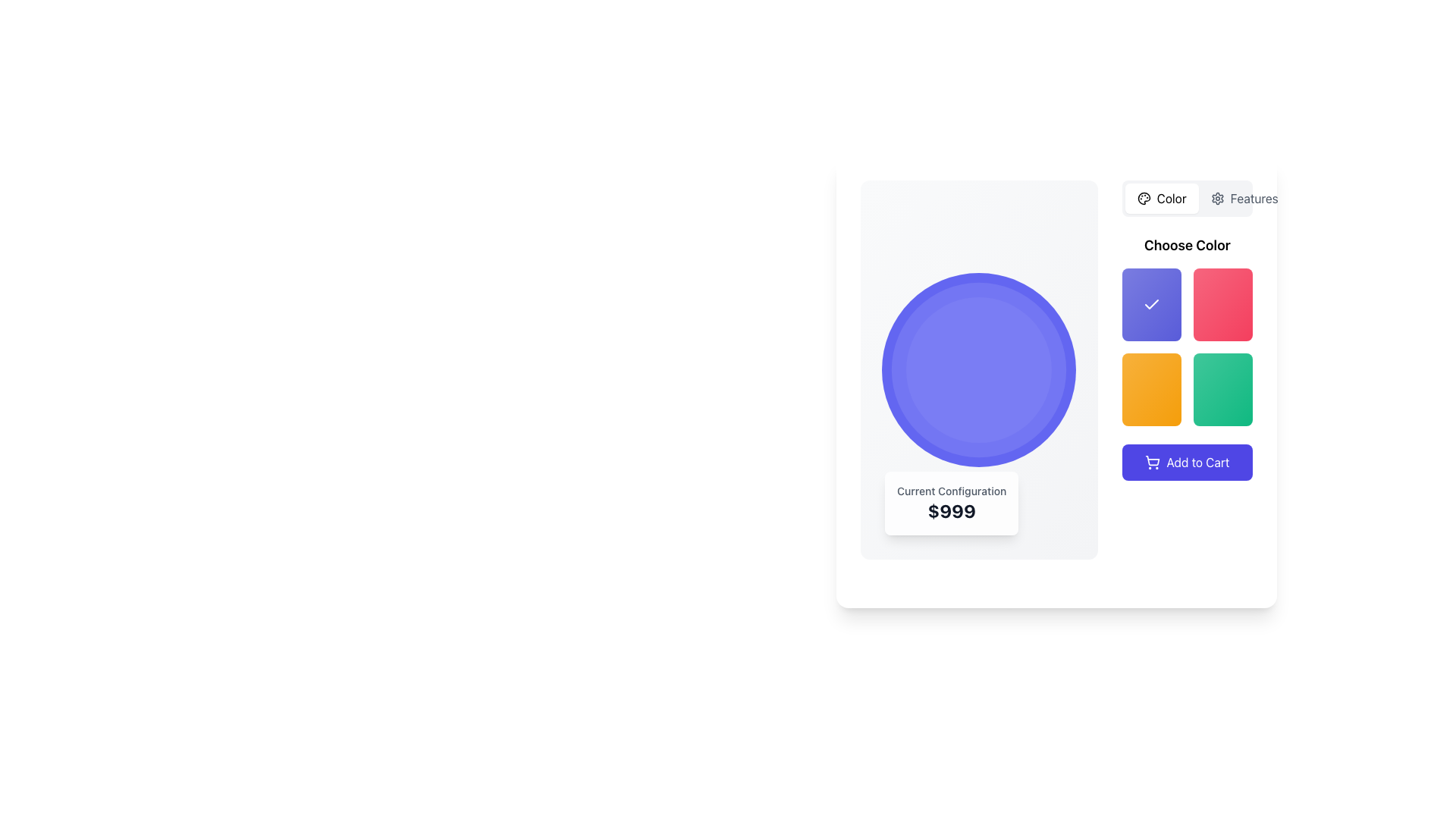 The image size is (1456, 819). Describe the element at coordinates (1186, 329) in the screenshot. I see `the interactive color selection grid` at that location.